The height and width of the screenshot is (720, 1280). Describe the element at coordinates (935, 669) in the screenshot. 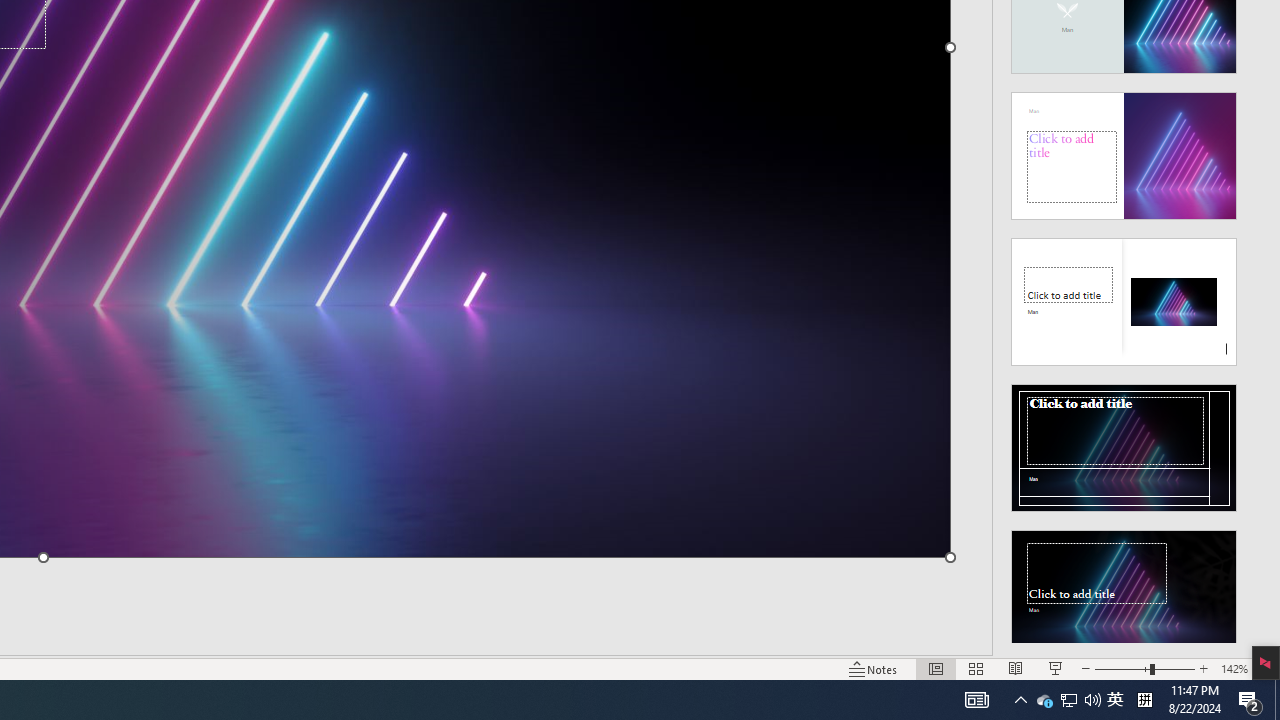

I see `'Slide Sorter'` at that location.